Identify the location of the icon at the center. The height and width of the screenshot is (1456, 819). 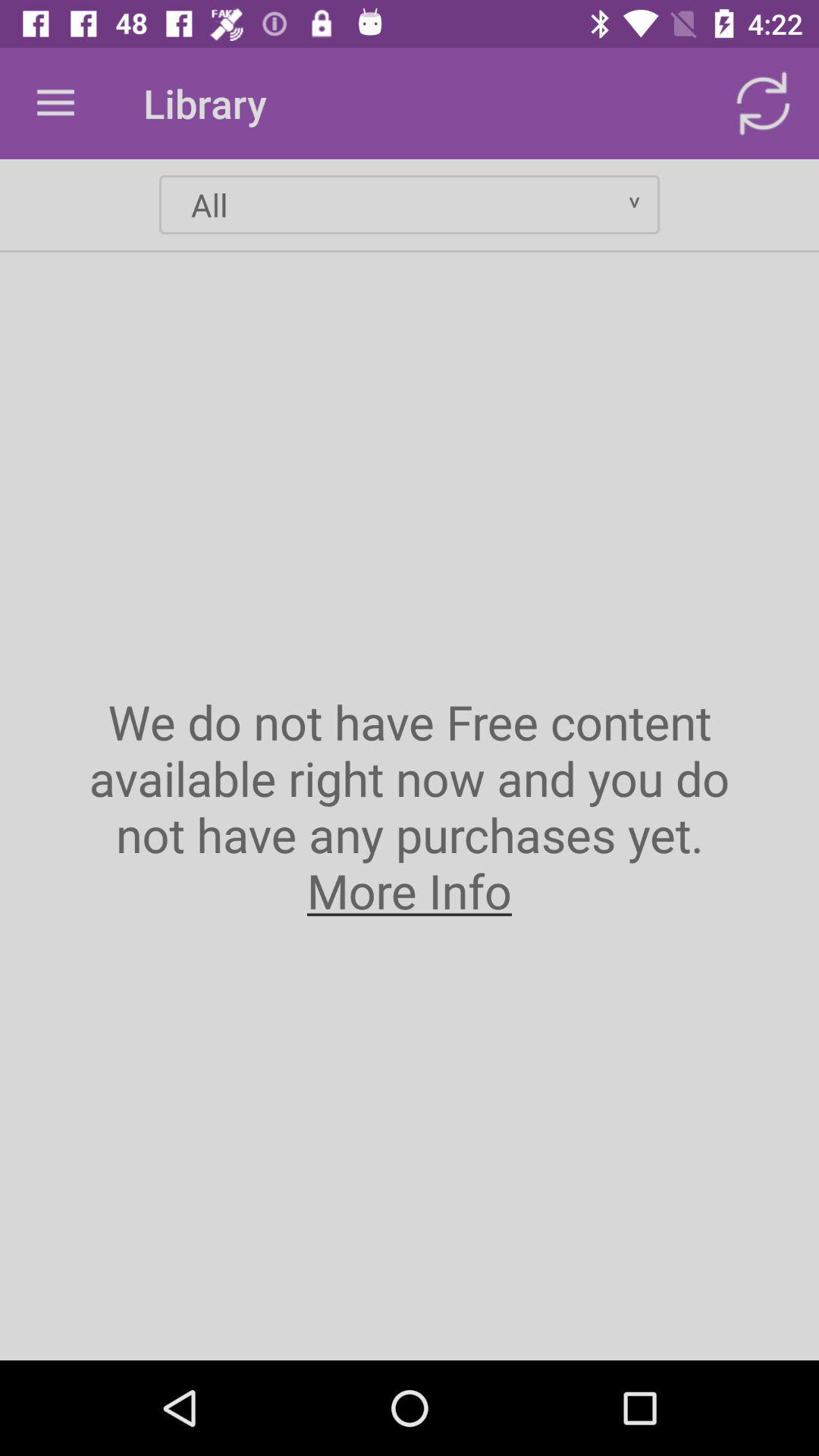
(409, 805).